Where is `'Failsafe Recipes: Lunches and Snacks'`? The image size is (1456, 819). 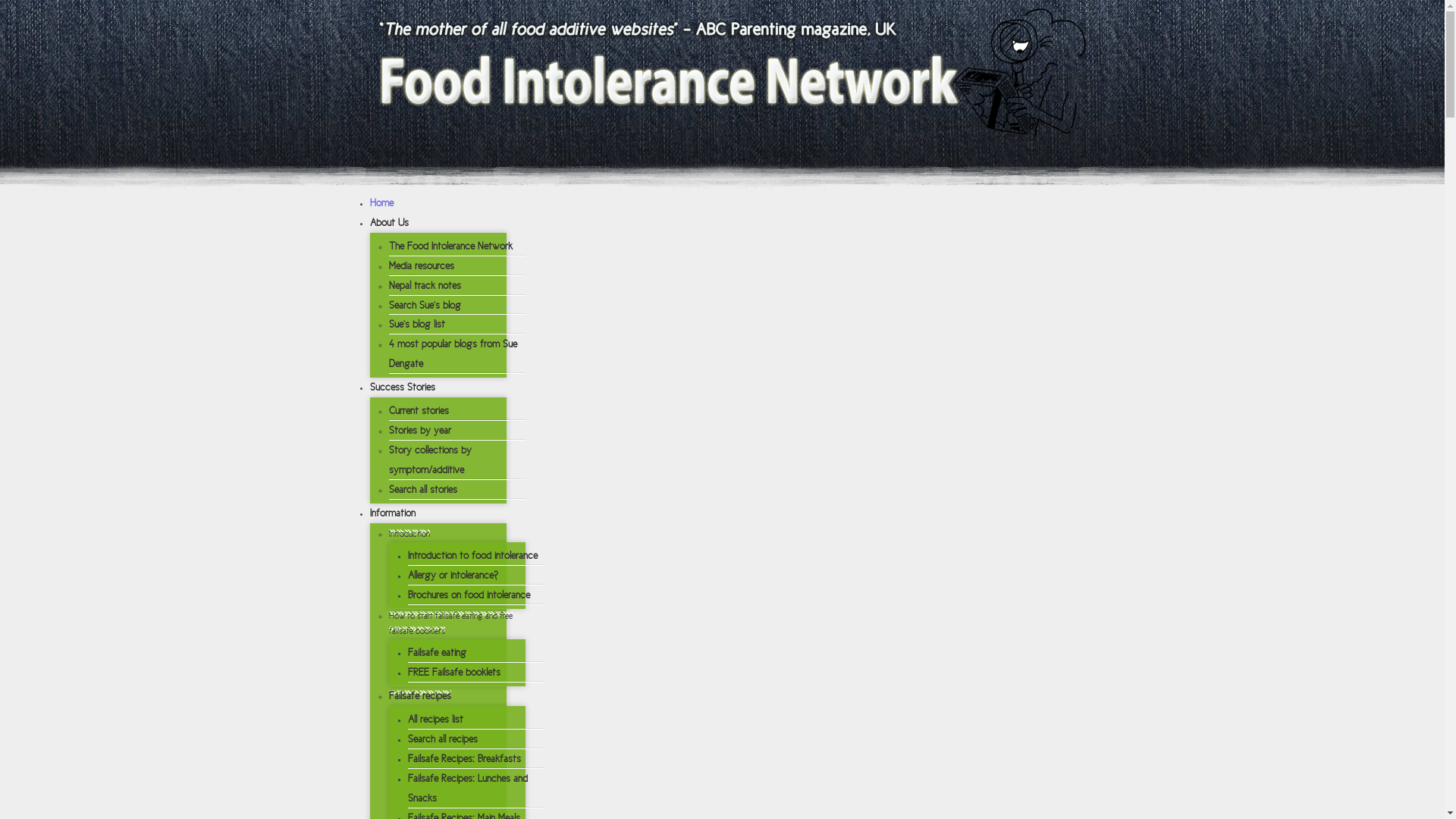
'Failsafe Recipes: Lunches and Snacks' is located at coordinates (467, 787).